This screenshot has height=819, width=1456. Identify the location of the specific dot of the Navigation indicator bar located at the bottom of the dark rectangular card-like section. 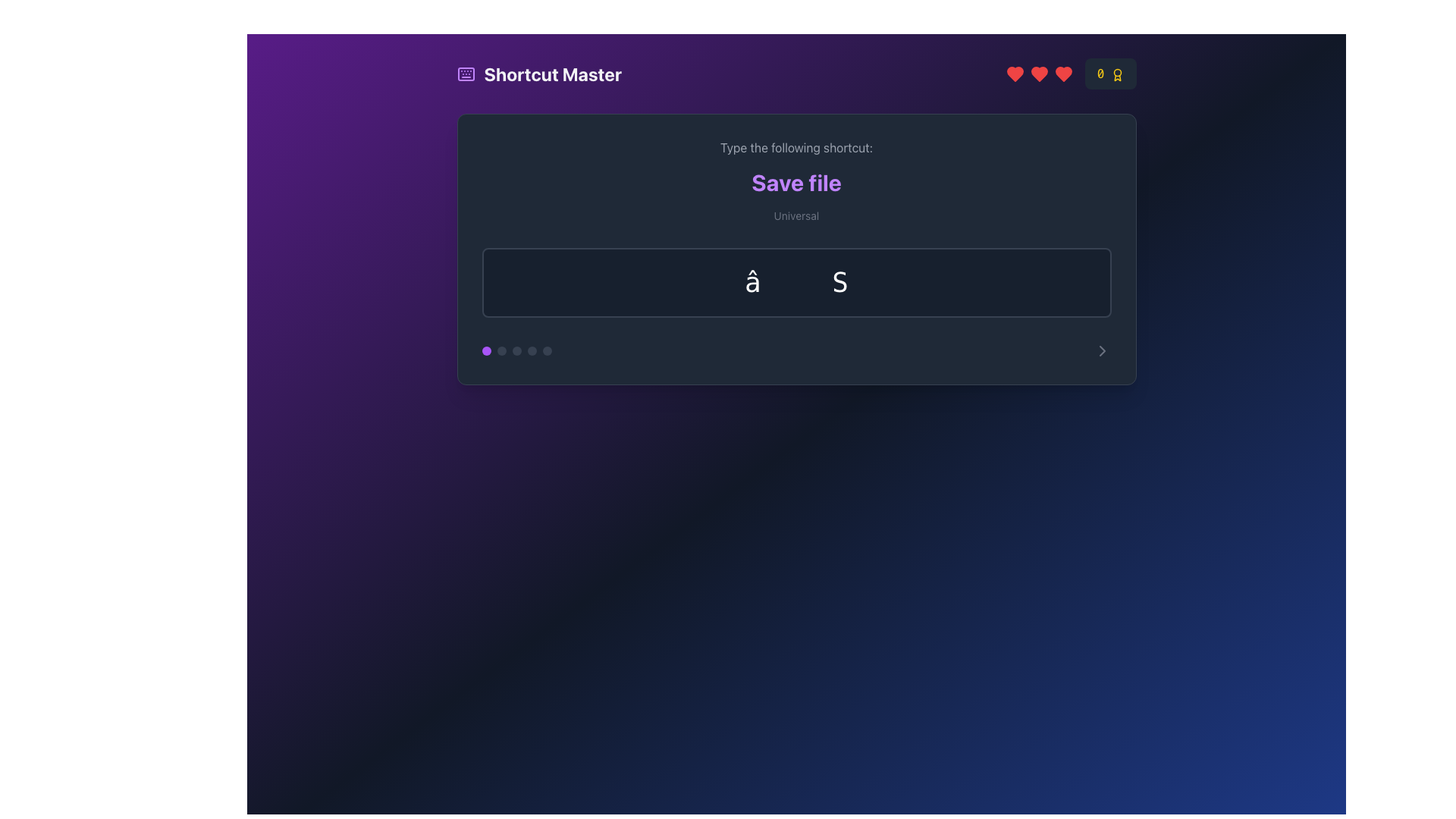
(795, 350).